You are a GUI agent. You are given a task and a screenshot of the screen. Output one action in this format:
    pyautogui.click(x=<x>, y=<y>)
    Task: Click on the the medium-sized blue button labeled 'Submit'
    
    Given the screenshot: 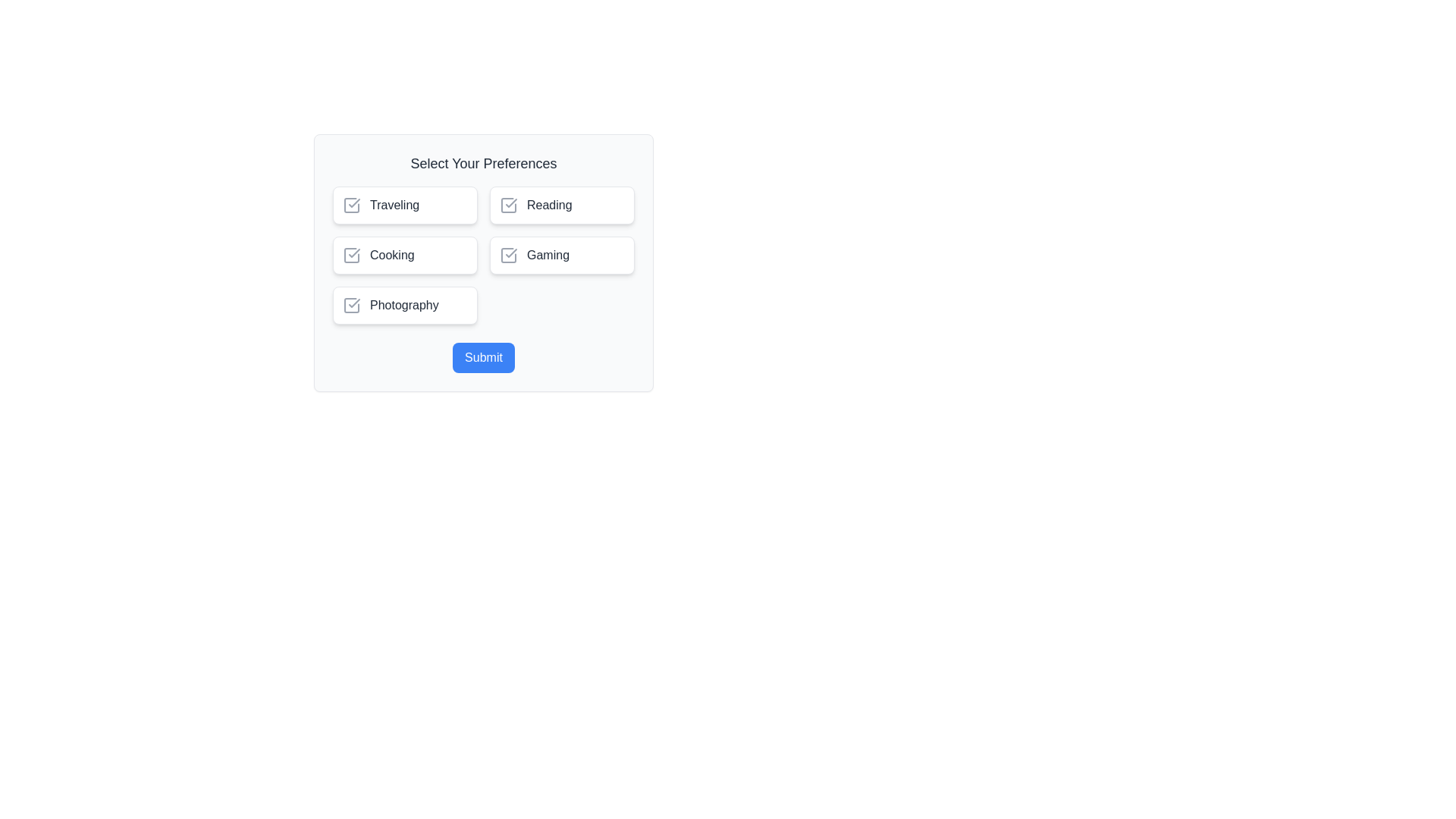 What is the action you would take?
    pyautogui.click(x=483, y=357)
    